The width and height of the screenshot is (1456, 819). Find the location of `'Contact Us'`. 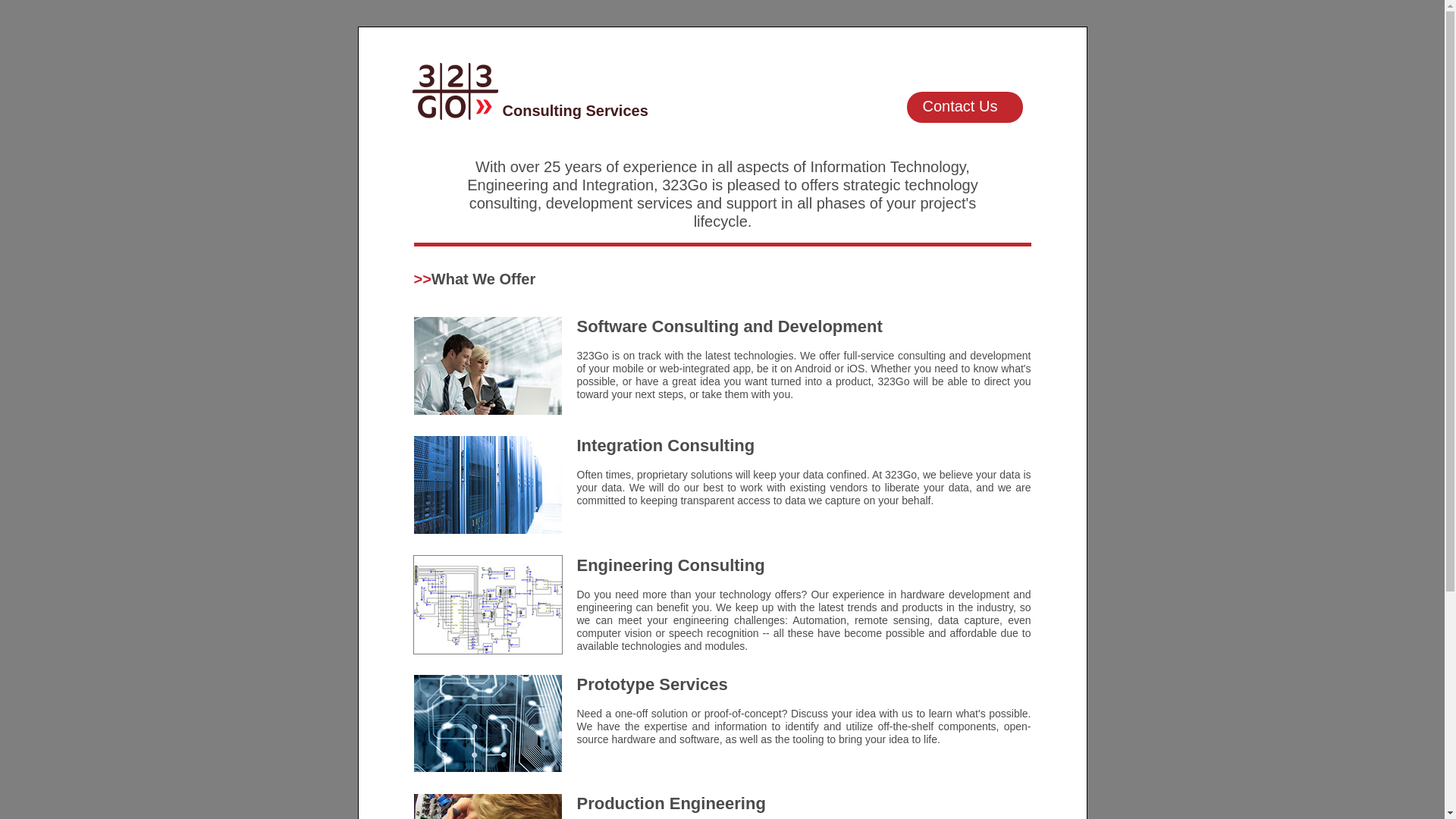

'Contact Us' is located at coordinates (906, 106).